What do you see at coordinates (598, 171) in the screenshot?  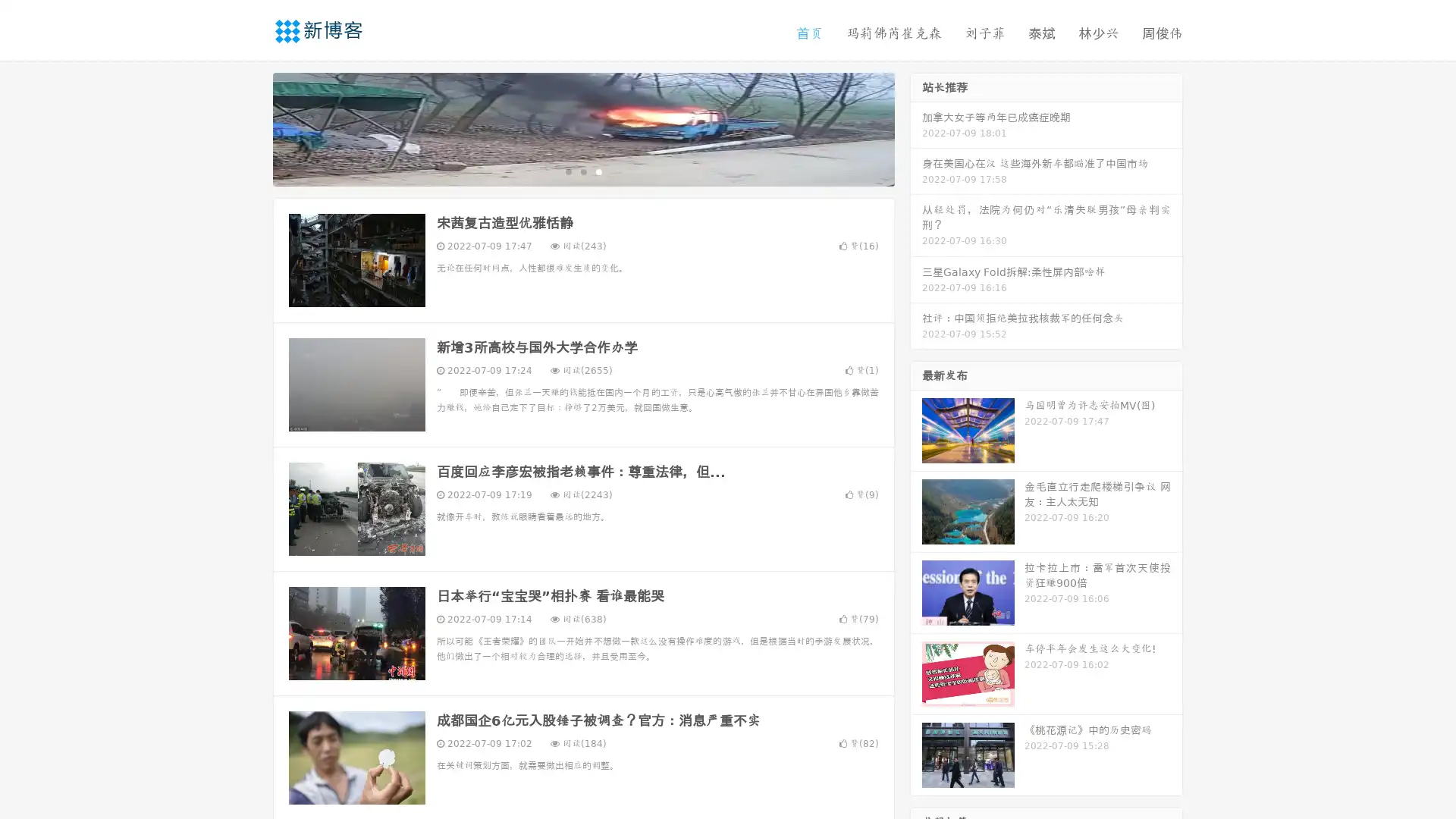 I see `Go to slide 3` at bounding box center [598, 171].